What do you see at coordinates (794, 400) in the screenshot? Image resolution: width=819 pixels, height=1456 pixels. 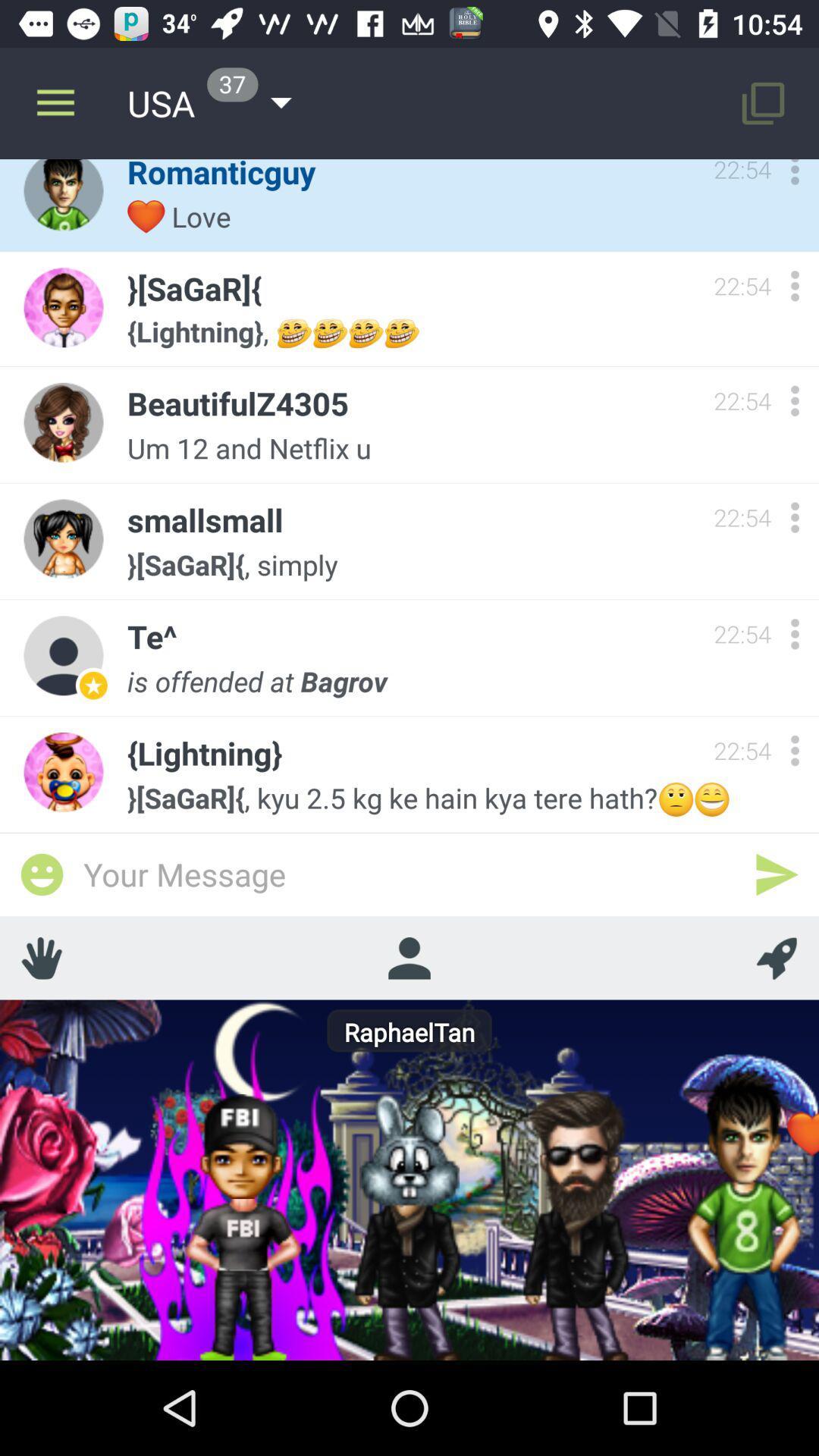 I see `open options` at bounding box center [794, 400].